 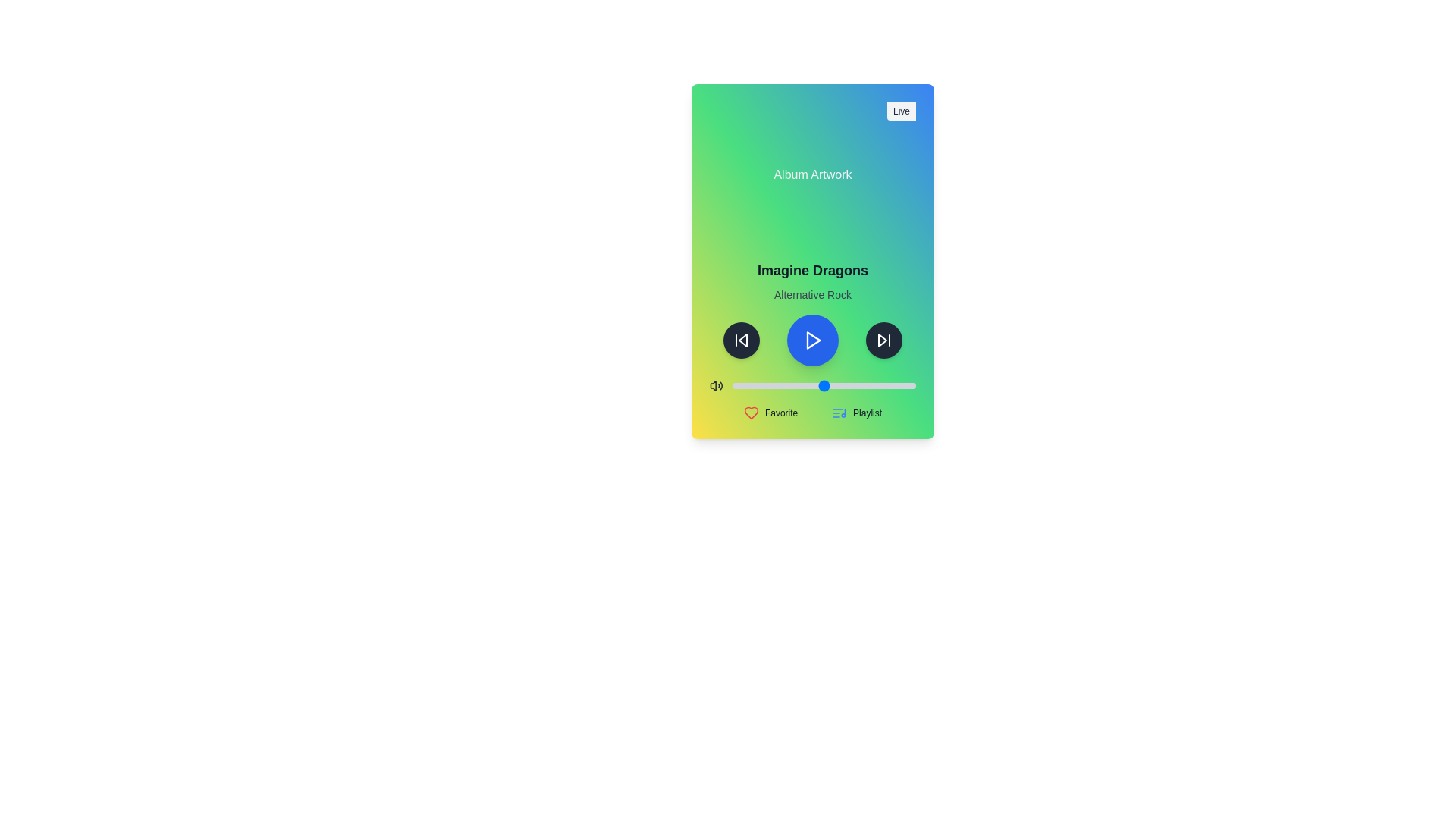 I want to click on the red heart icon labeled 'Favorite' located in the bottom-left corner of the card interface, positioned, so click(x=770, y=413).